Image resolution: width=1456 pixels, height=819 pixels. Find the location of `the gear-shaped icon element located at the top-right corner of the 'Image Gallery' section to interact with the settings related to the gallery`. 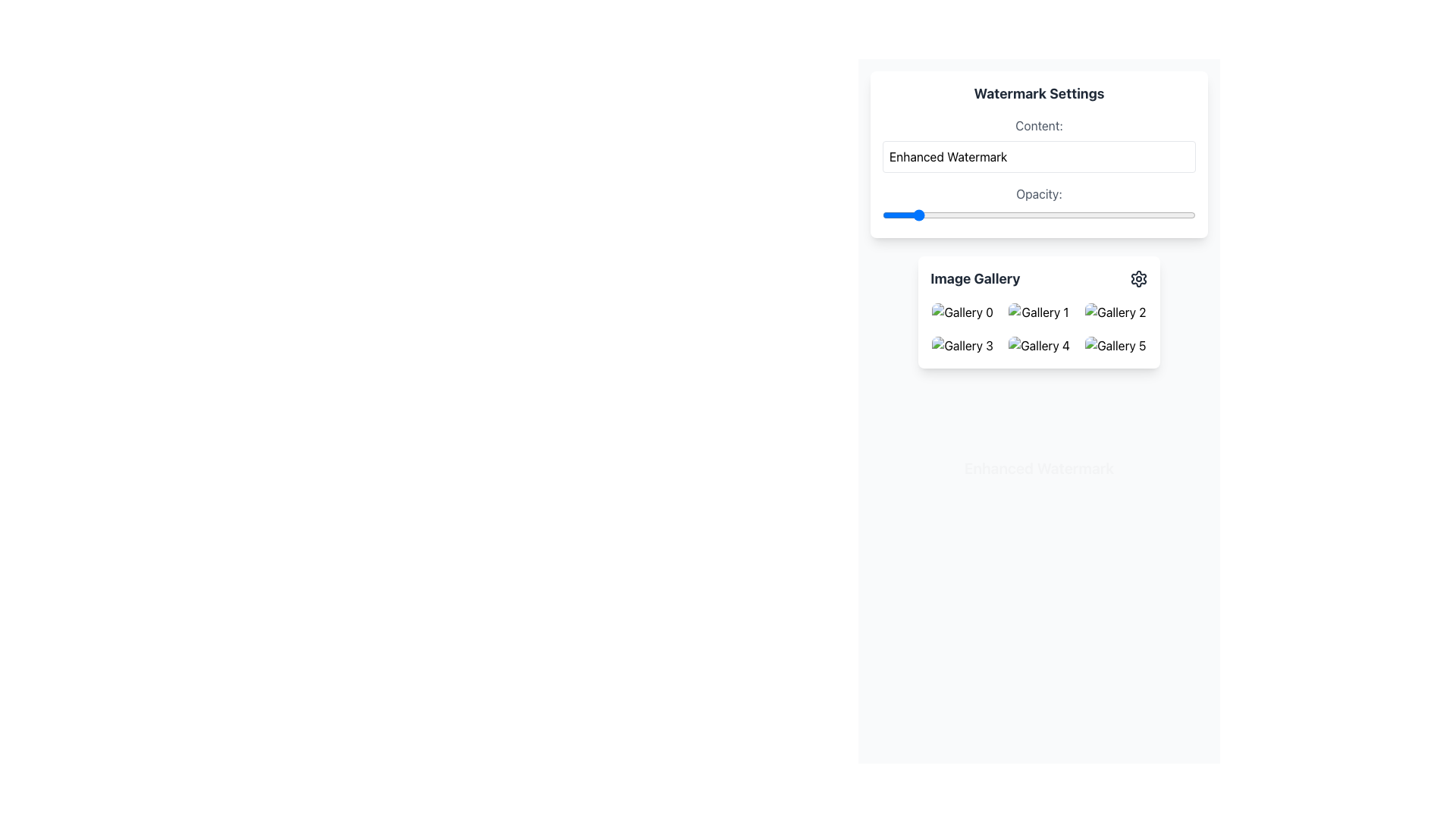

the gear-shaped icon element located at the top-right corner of the 'Image Gallery' section to interact with the settings related to the gallery is located at coordinates (1138, 278).